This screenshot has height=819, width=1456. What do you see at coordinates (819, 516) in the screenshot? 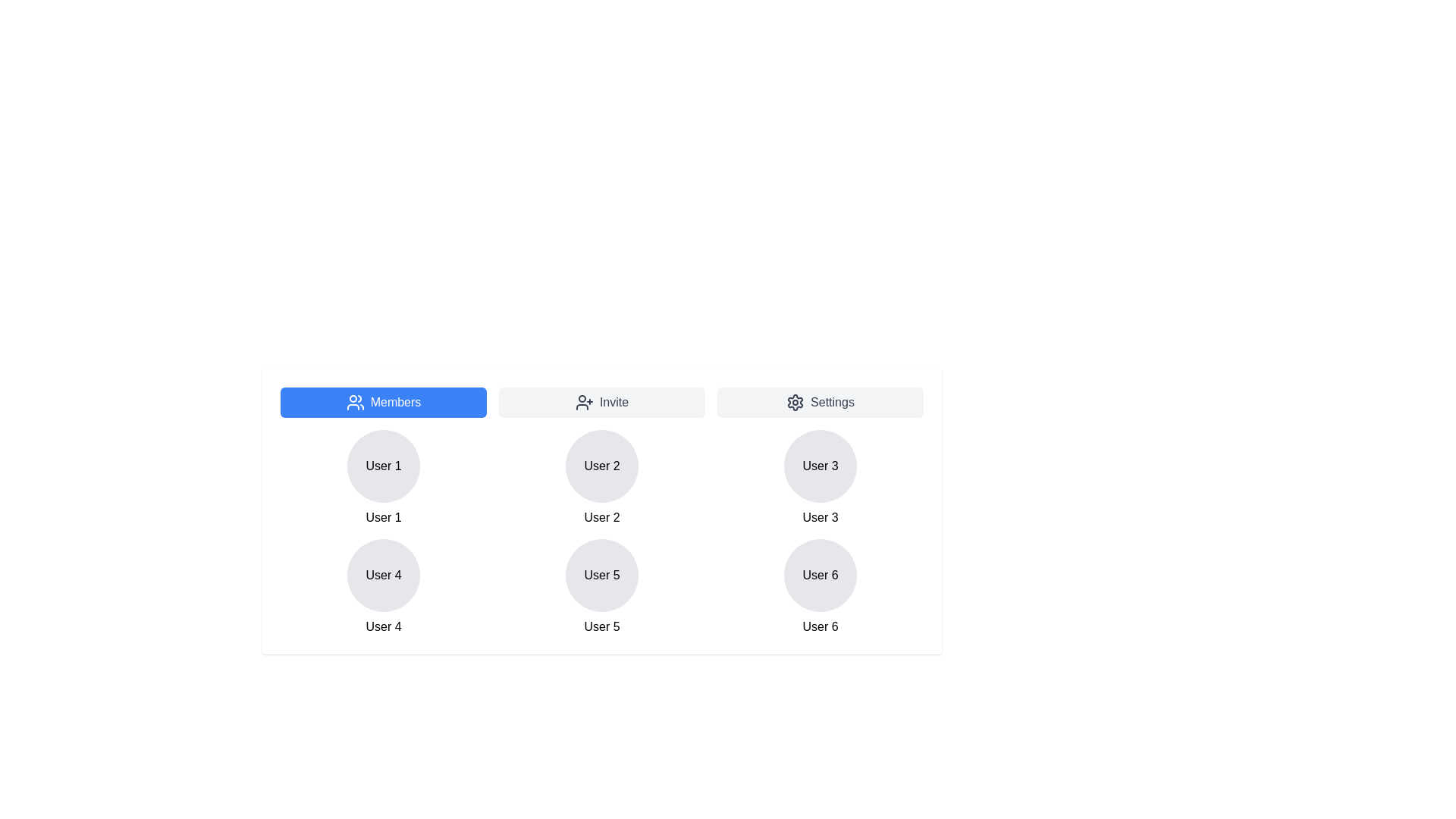
I see `the static text label displaying 'User 3', which is located in the third column of a grid layout, directly below the circular avatar labeled 'User 3'` at bounding box center [819, 516].